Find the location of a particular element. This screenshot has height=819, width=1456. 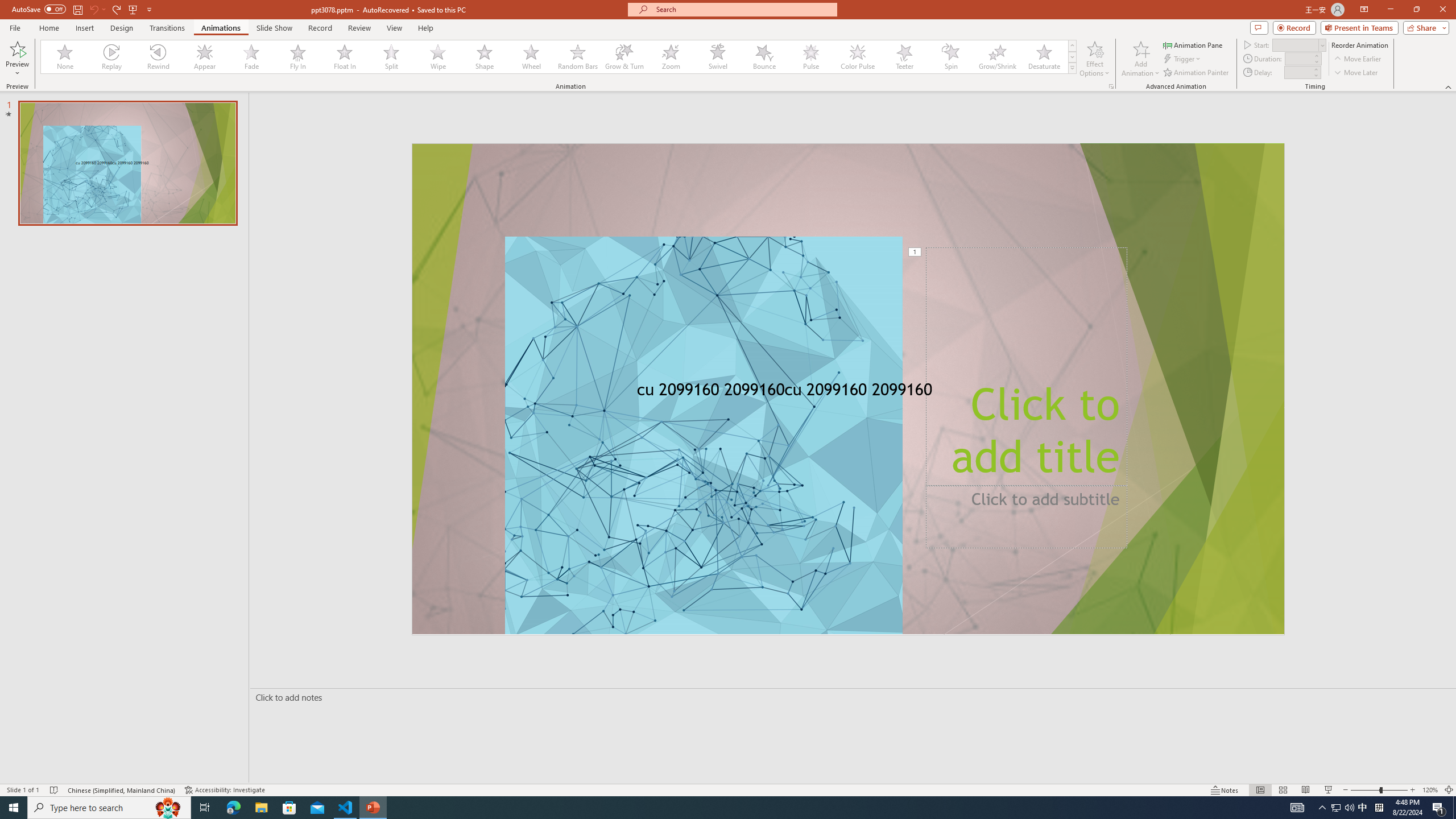

'Move Later' is located at coordinates (1356, 72).